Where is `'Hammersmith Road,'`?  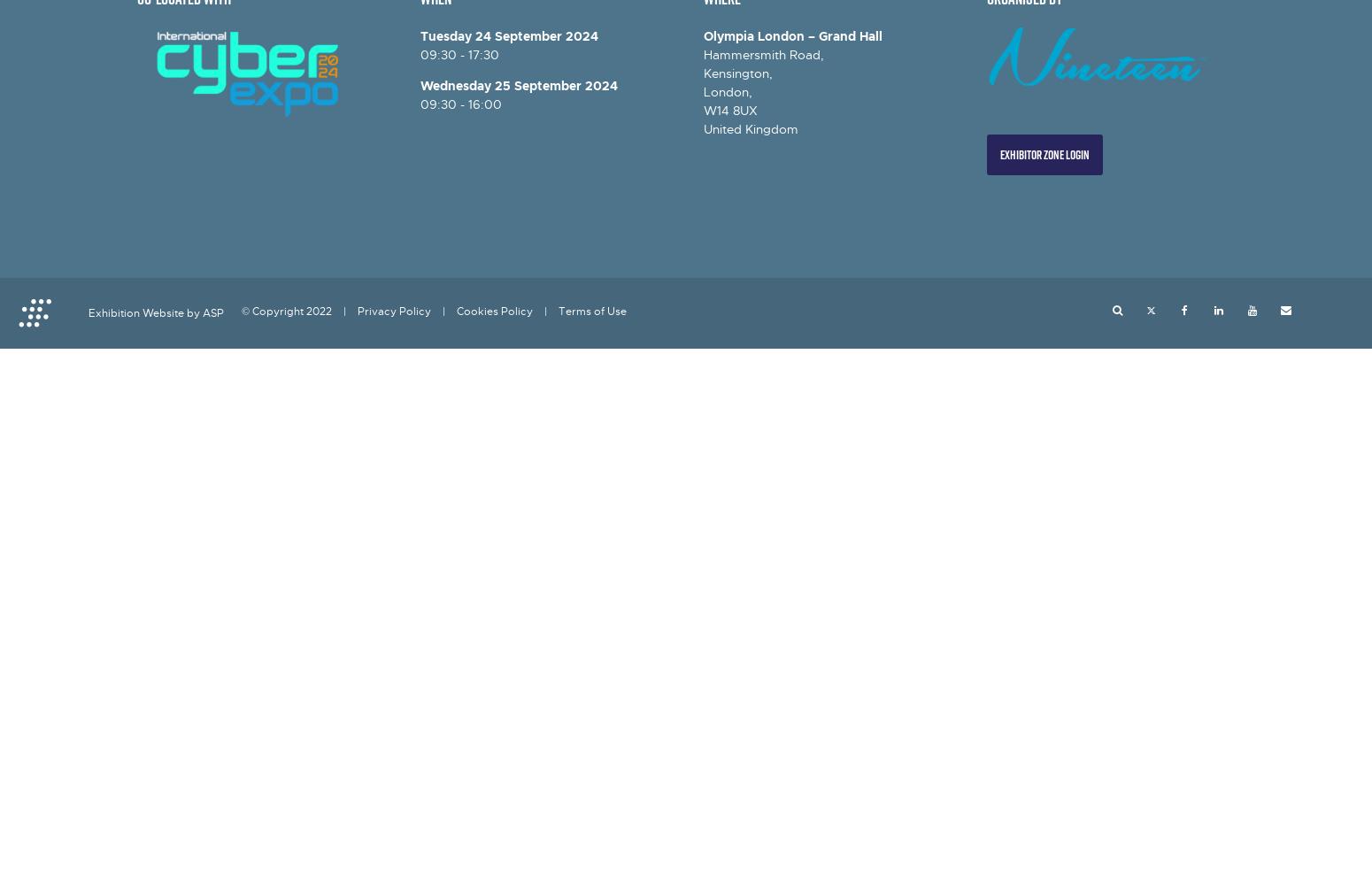
'Hammersmith Road,' is located at coordinates (764, 55).